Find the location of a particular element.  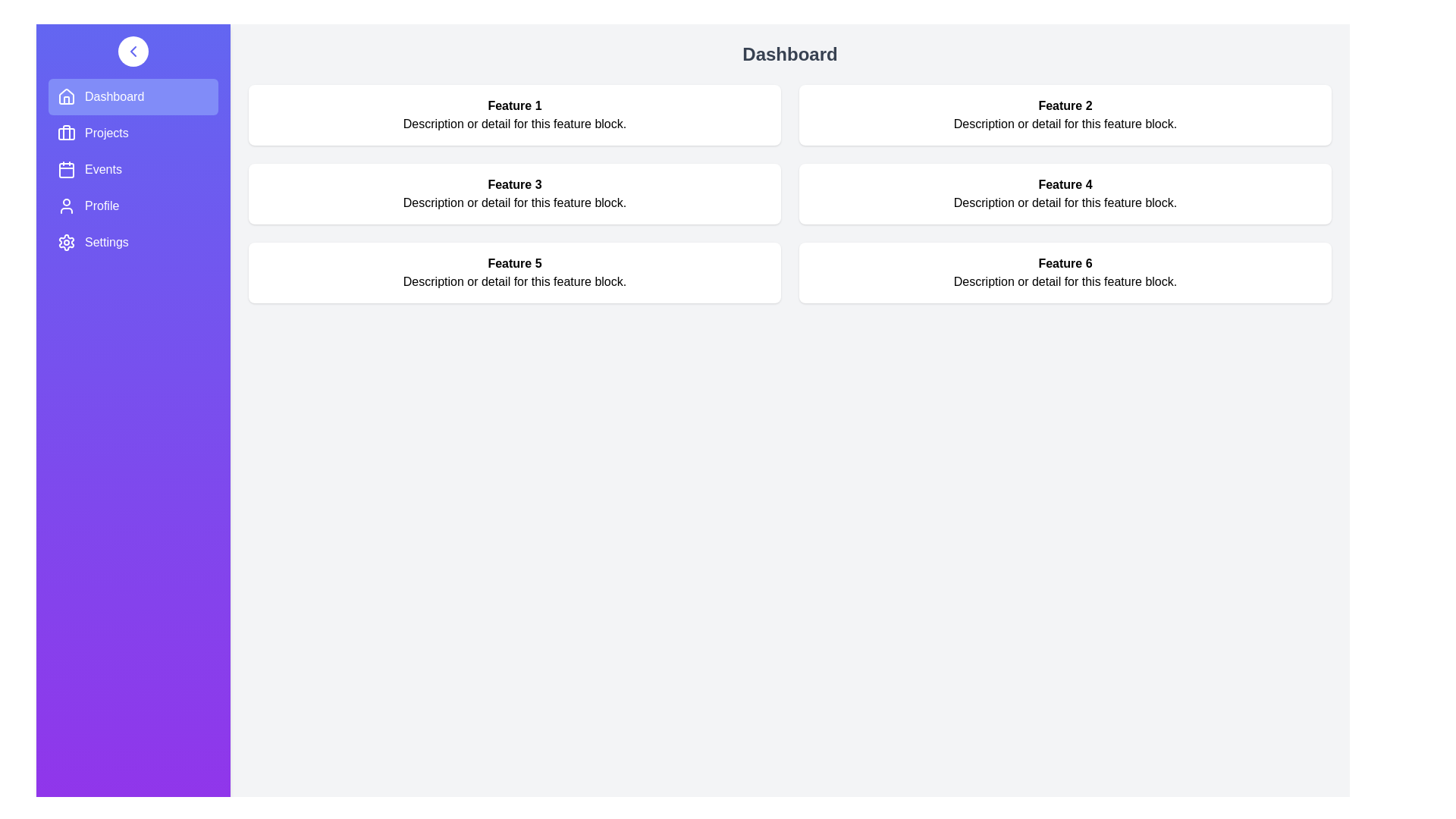

the navigation menu item Settings is located at coordinates (133, 242).